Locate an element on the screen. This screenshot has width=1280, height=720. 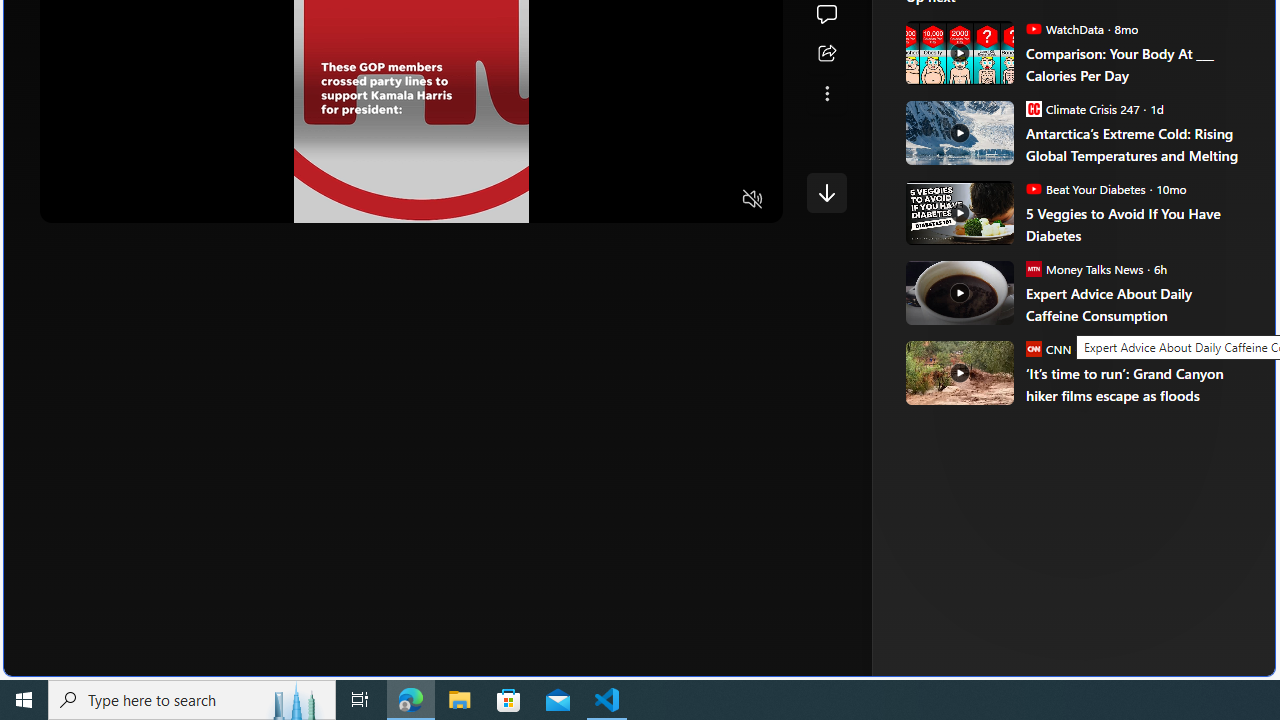
'Seek Back' is located at coordinates (109, 200).